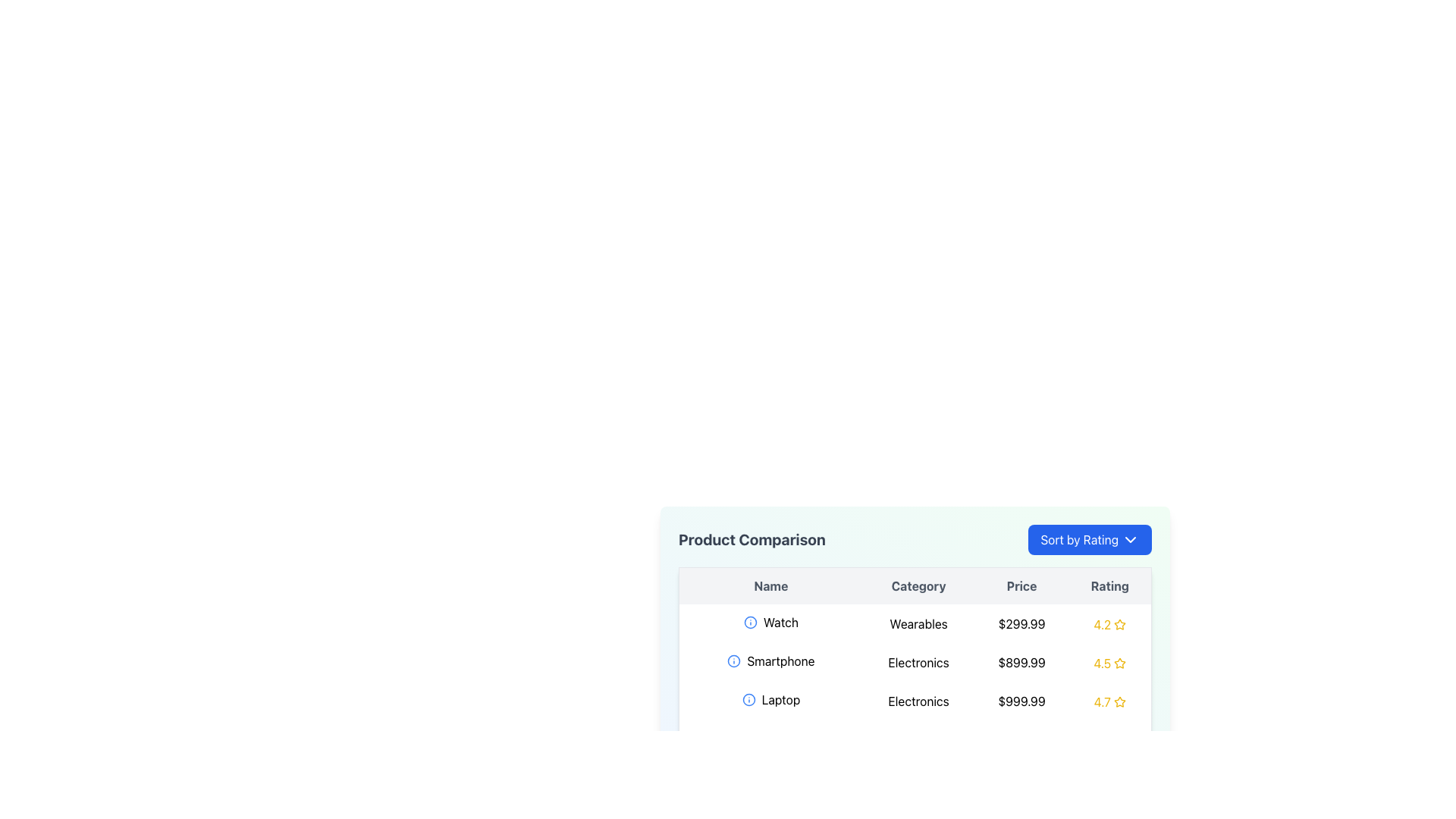  Describe the element at coordinates (1120, 663) in the screenshot. I see `the star icon located next to the '4.5' rating in the 'Rating' column of the second row of the product comparison table for interaction` at that location.